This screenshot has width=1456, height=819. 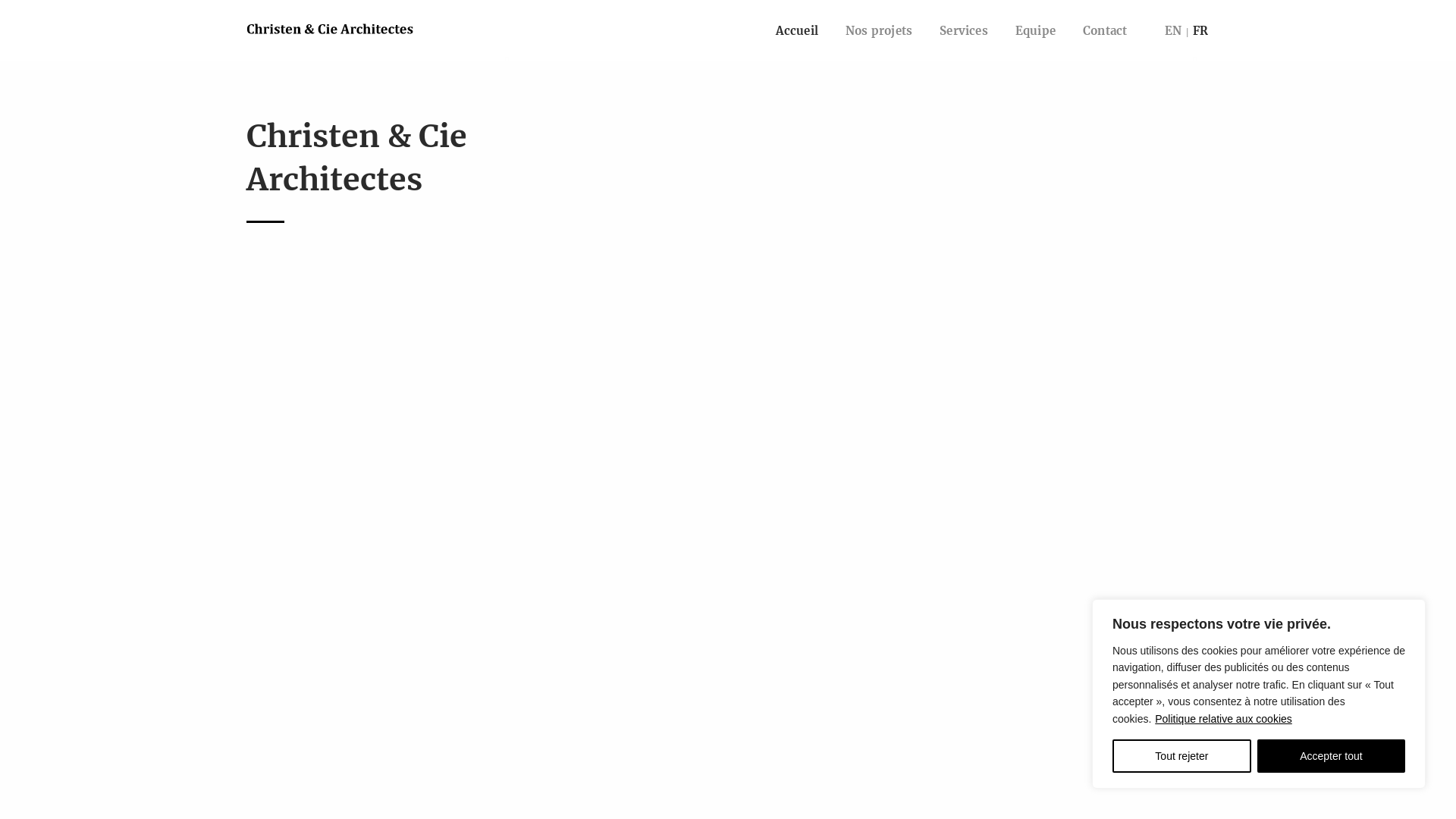 What do you see at coordinates (1330, 755) in the screenshot?
I see `'Accepter tout'` at bounding box center [1330, 755].